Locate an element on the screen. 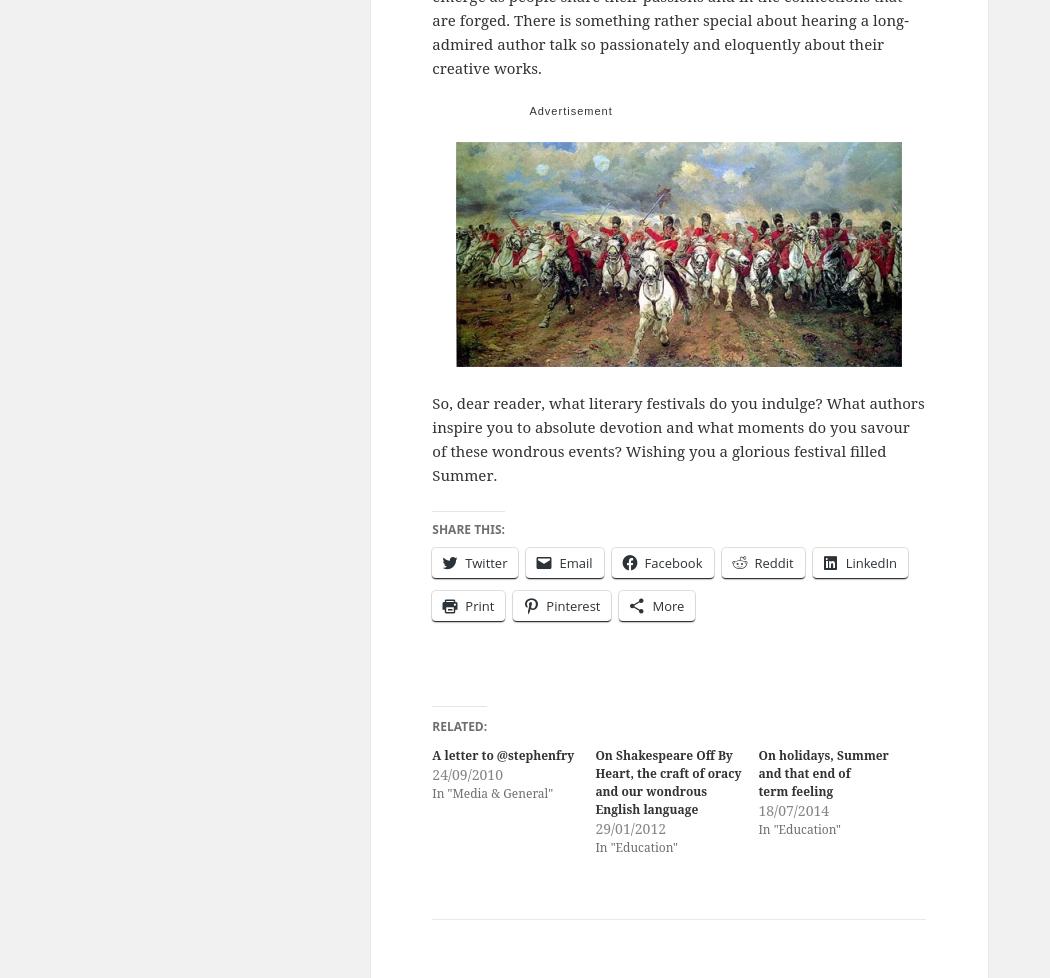 Image resolution: width=1050 pixels, height=978 pixels. 'Related' is located at coordinates (430, 725).